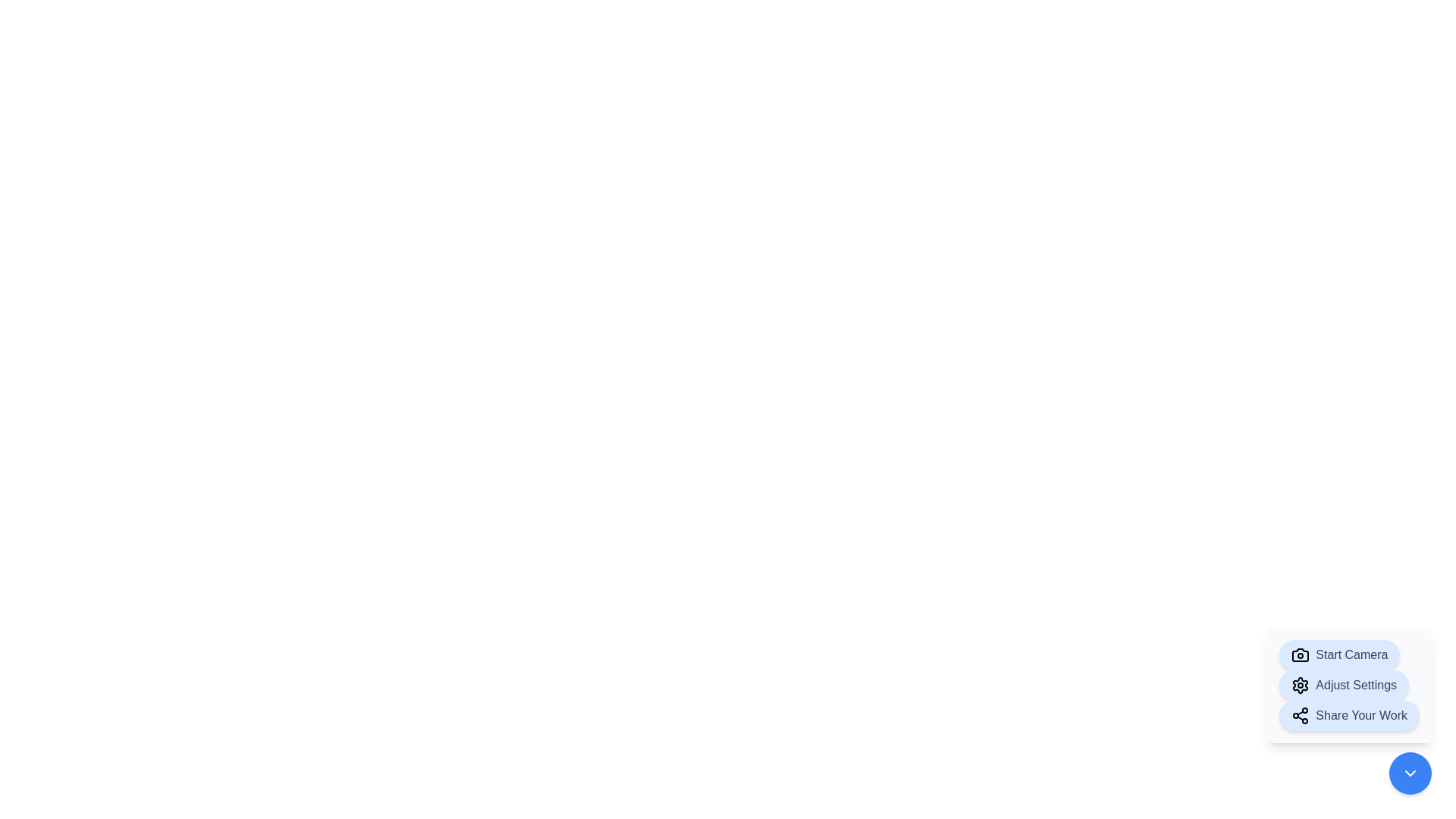 The height and width of the screenshot is (819, 1456). Describe the element at coordinates (1300, 654) in the screenshot. I see `the camera icon representing the body and lens area located next to the 'Start Camera' label in the floating action menu at the bottom-right corner` at that location.